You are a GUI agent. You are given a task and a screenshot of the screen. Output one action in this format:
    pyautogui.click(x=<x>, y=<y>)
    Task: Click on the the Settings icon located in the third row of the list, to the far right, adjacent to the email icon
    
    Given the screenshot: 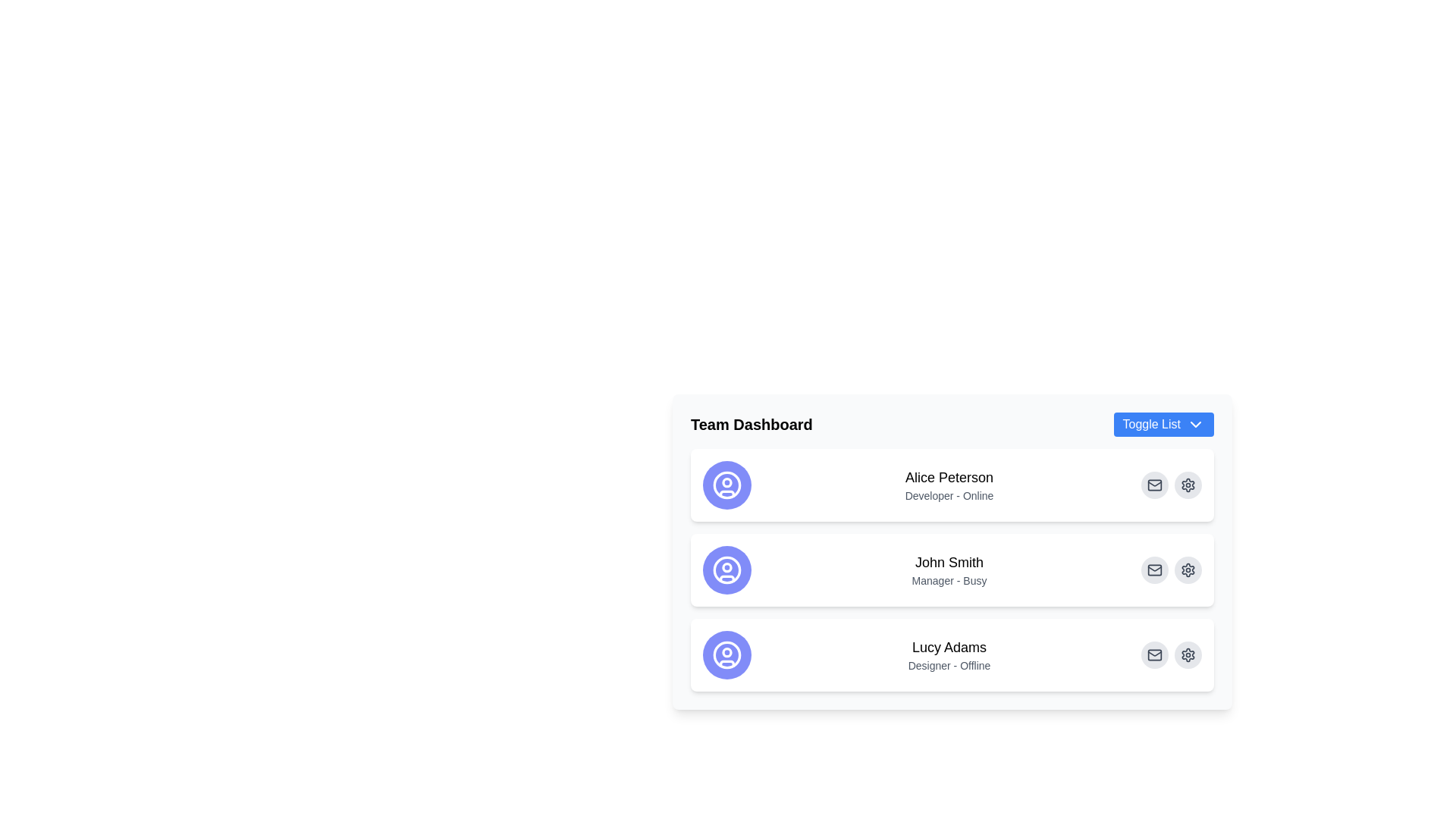 What is the action you would take?
    pyautogui.click(x=1187, y=570)
    